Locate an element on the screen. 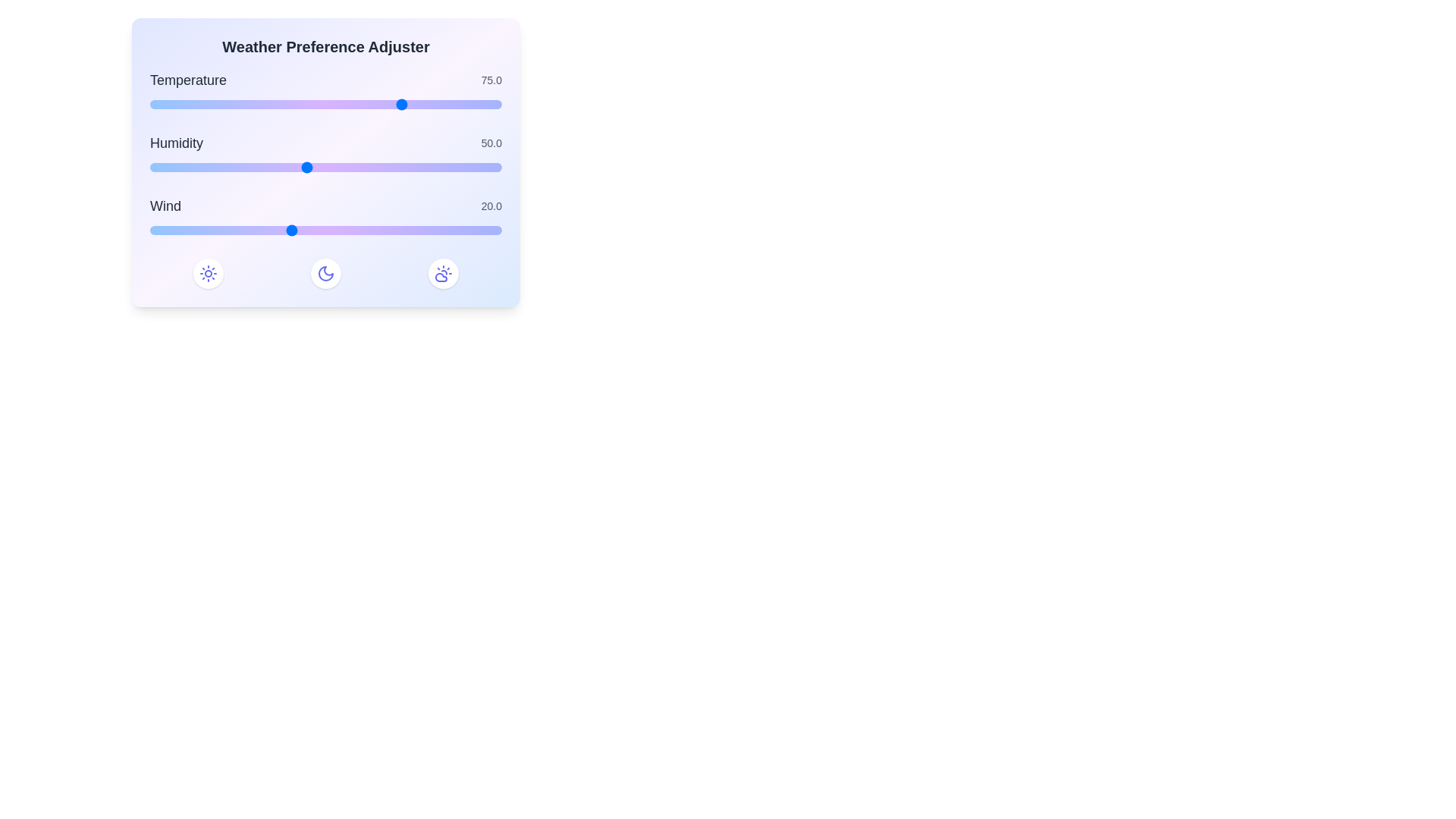 The image size is (1456, 819). the temperature slider, which allows users to adjust the temperature preference ranging from 10 to 100, currently set at 75 is located at coordinates (325, 104).